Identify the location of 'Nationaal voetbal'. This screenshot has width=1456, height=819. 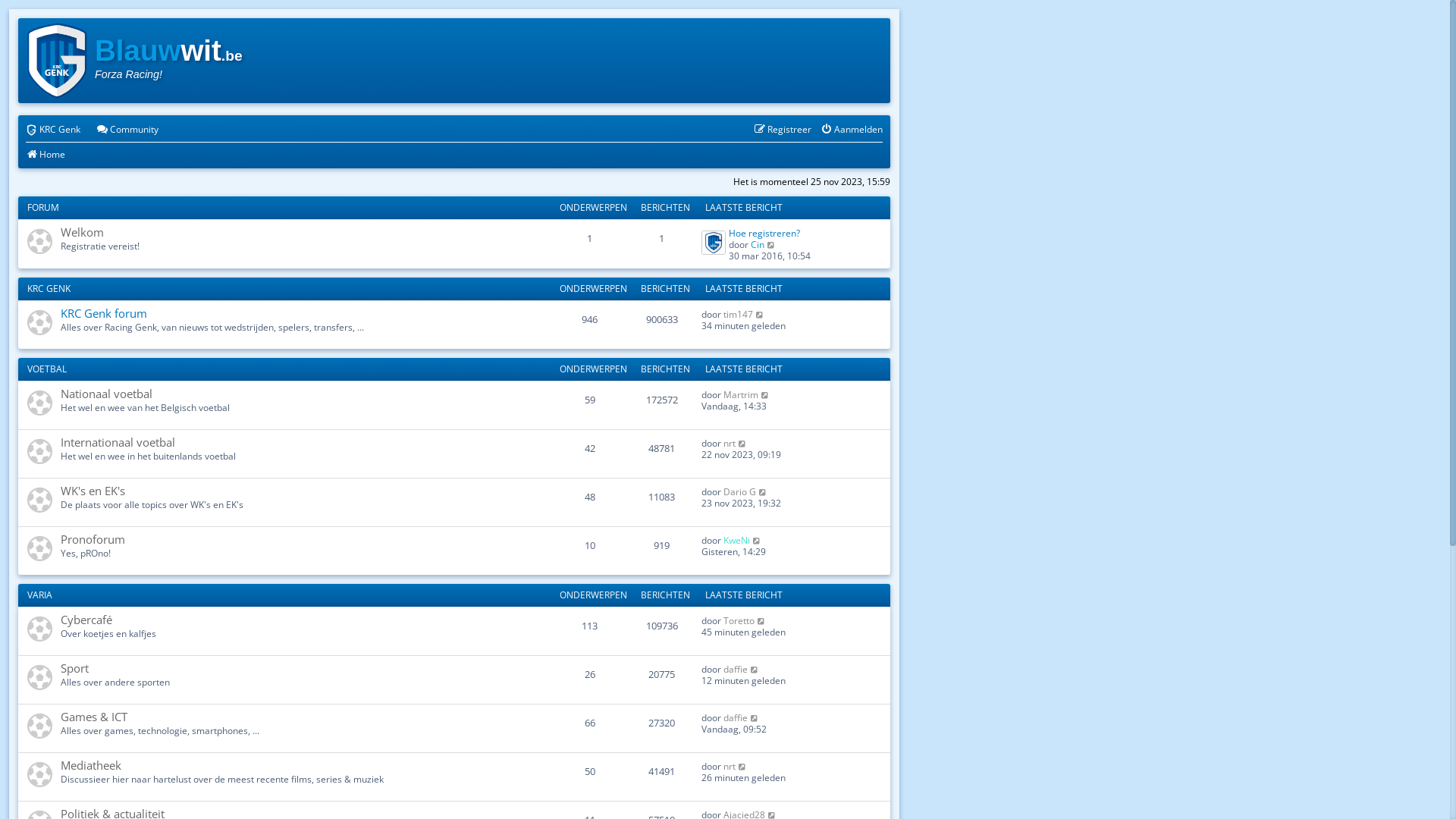
(61, 393).